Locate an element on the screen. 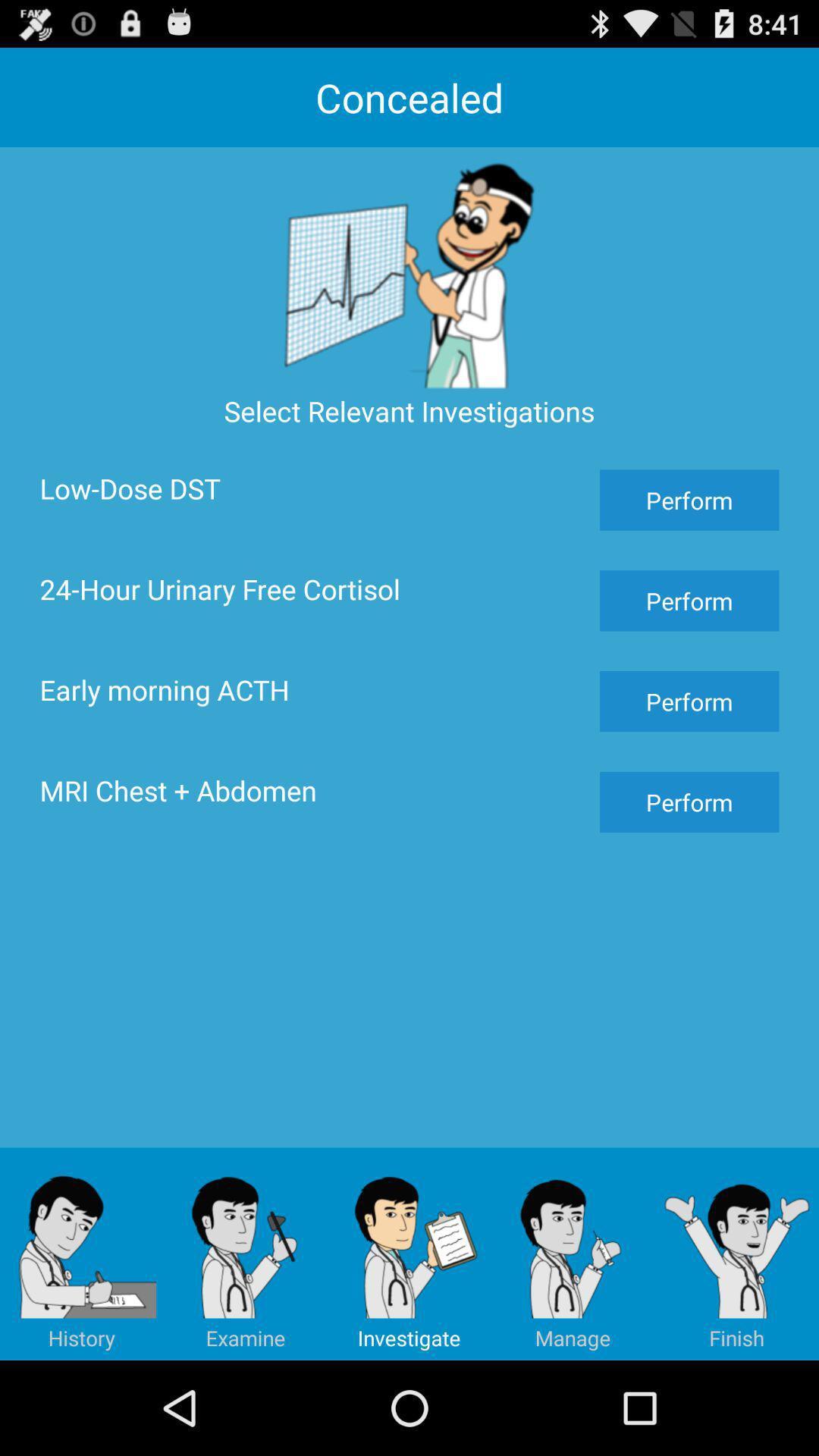 The width and height of the screenshot is (819, 1456). item below mri chest + abdomen item is located at coordinates (573, 1254).